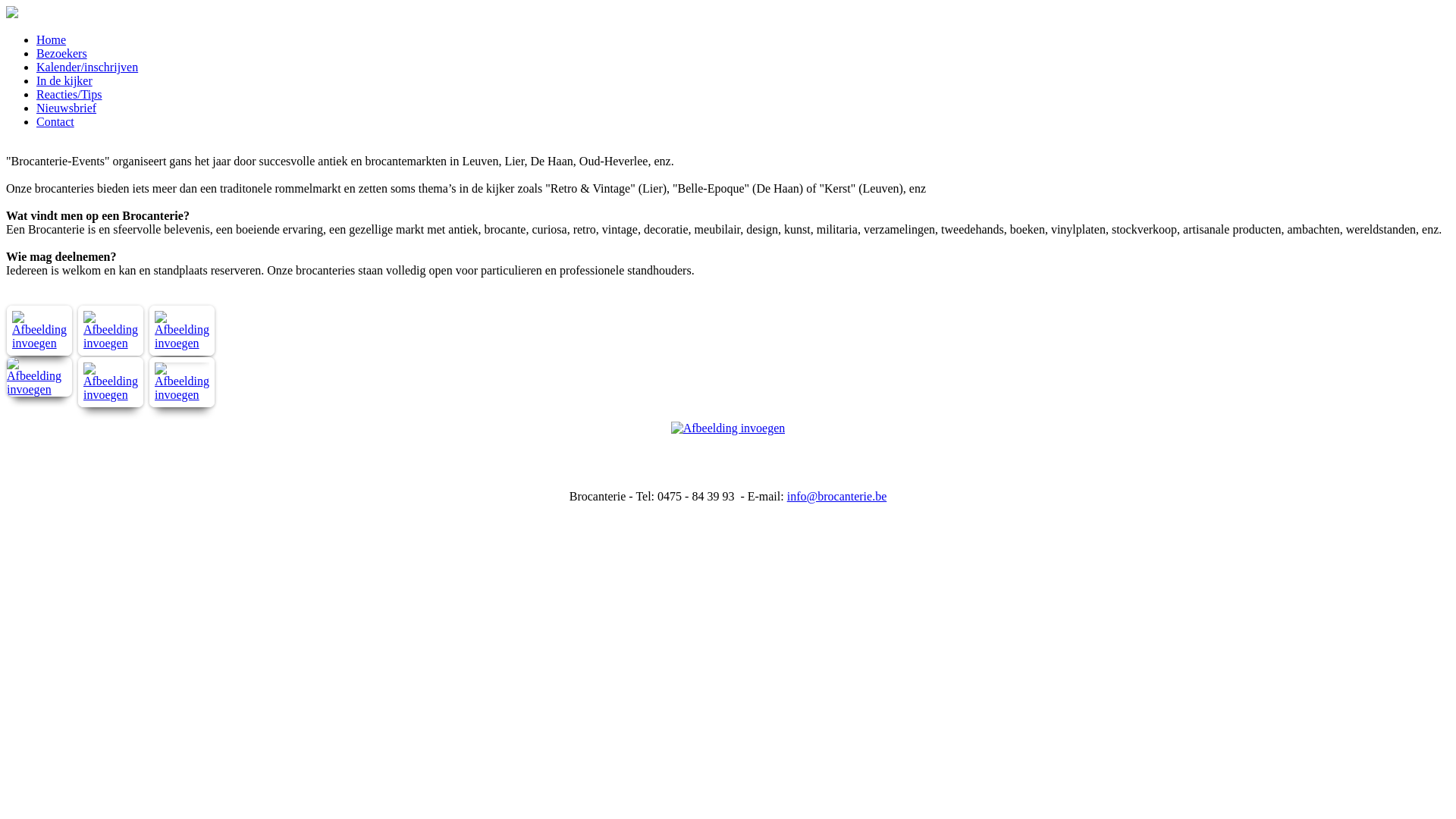 The width and height of the screenshot is (1456, 819). I want to click on 'Afbeelding invoegen', so click(182, 394).